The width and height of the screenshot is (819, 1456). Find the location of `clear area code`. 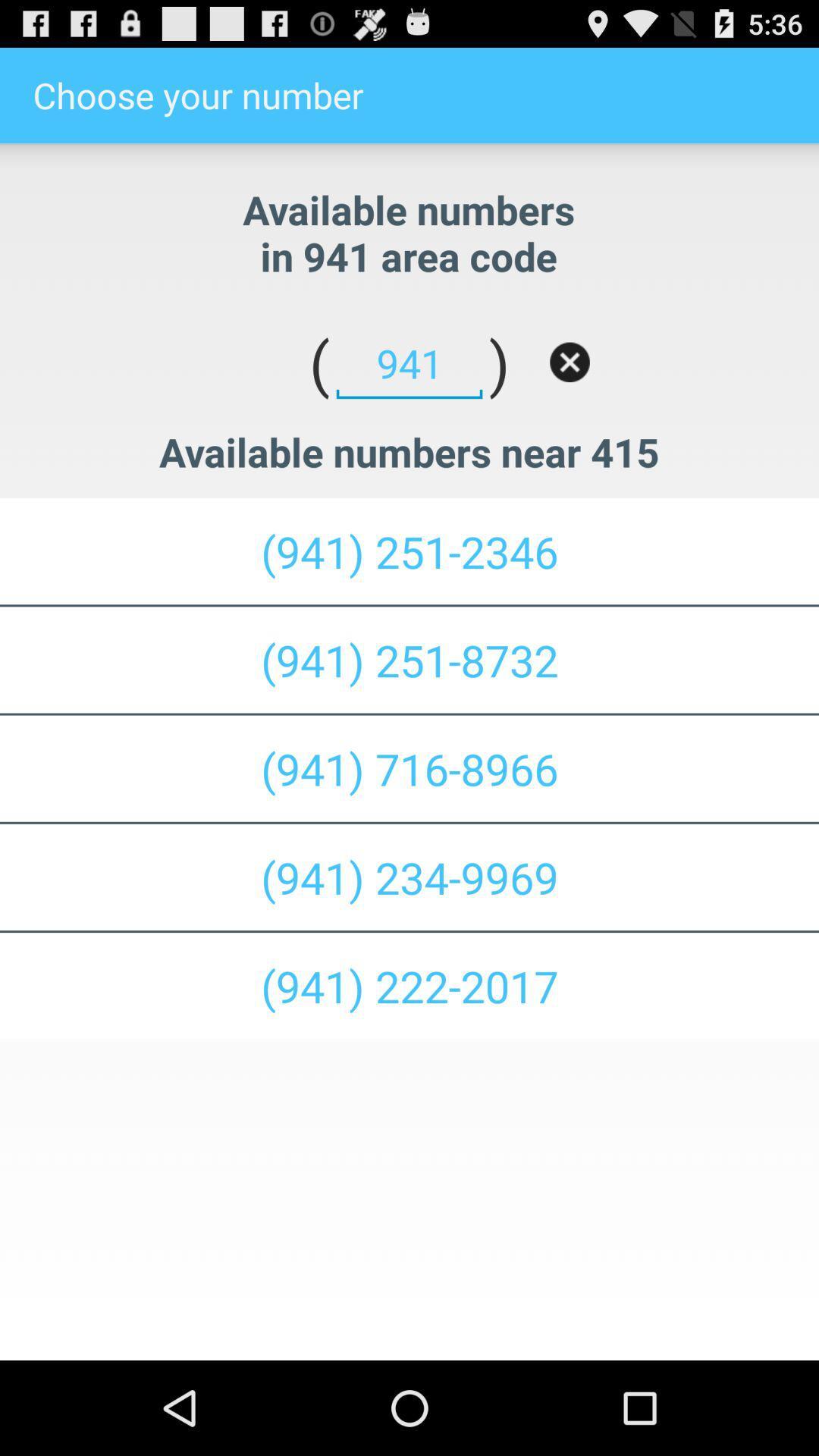

clear area code is located at coordinates (570, 361).